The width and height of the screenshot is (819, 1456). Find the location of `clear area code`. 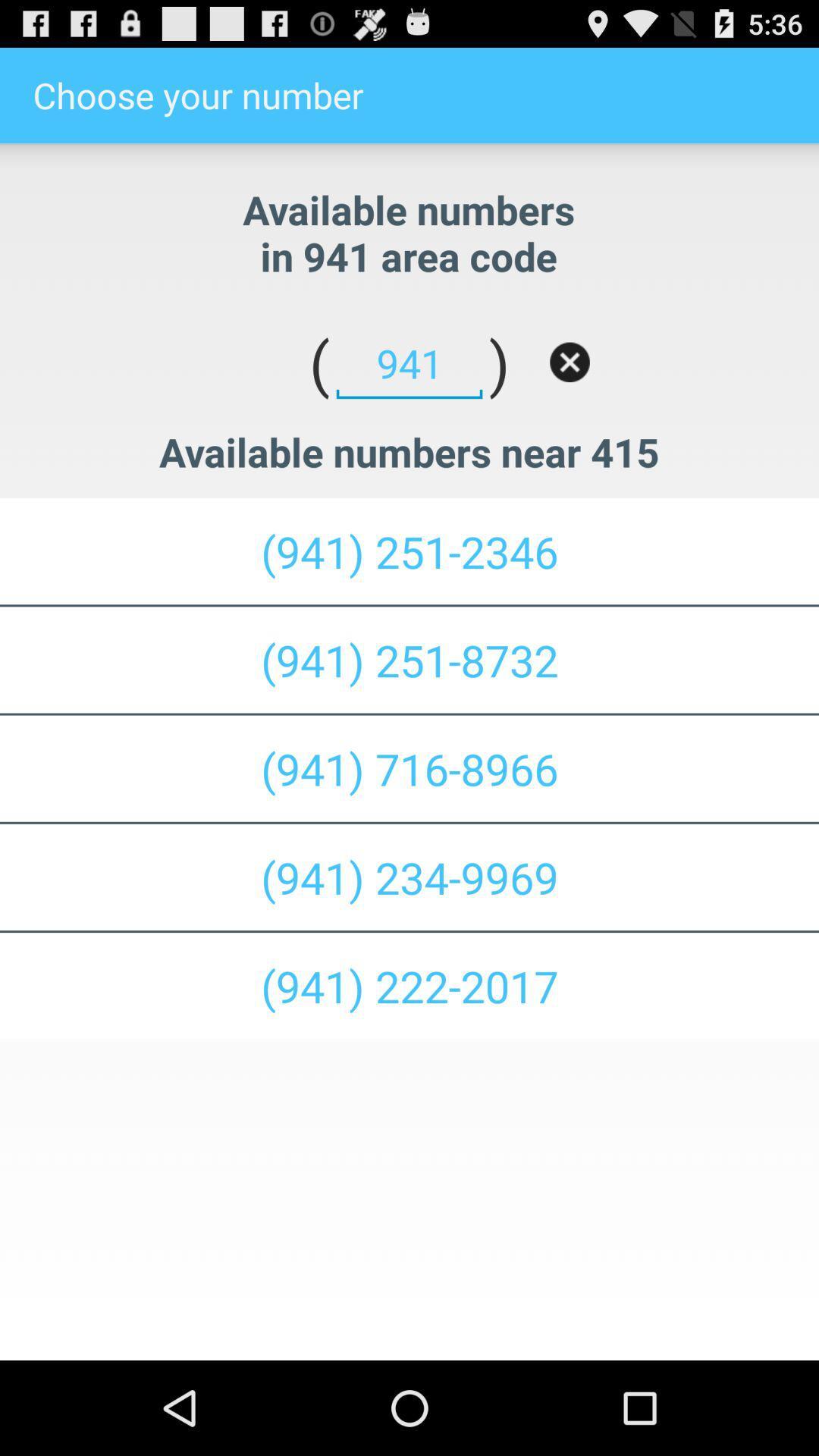

clear area code is located at coordinates (570, 361).